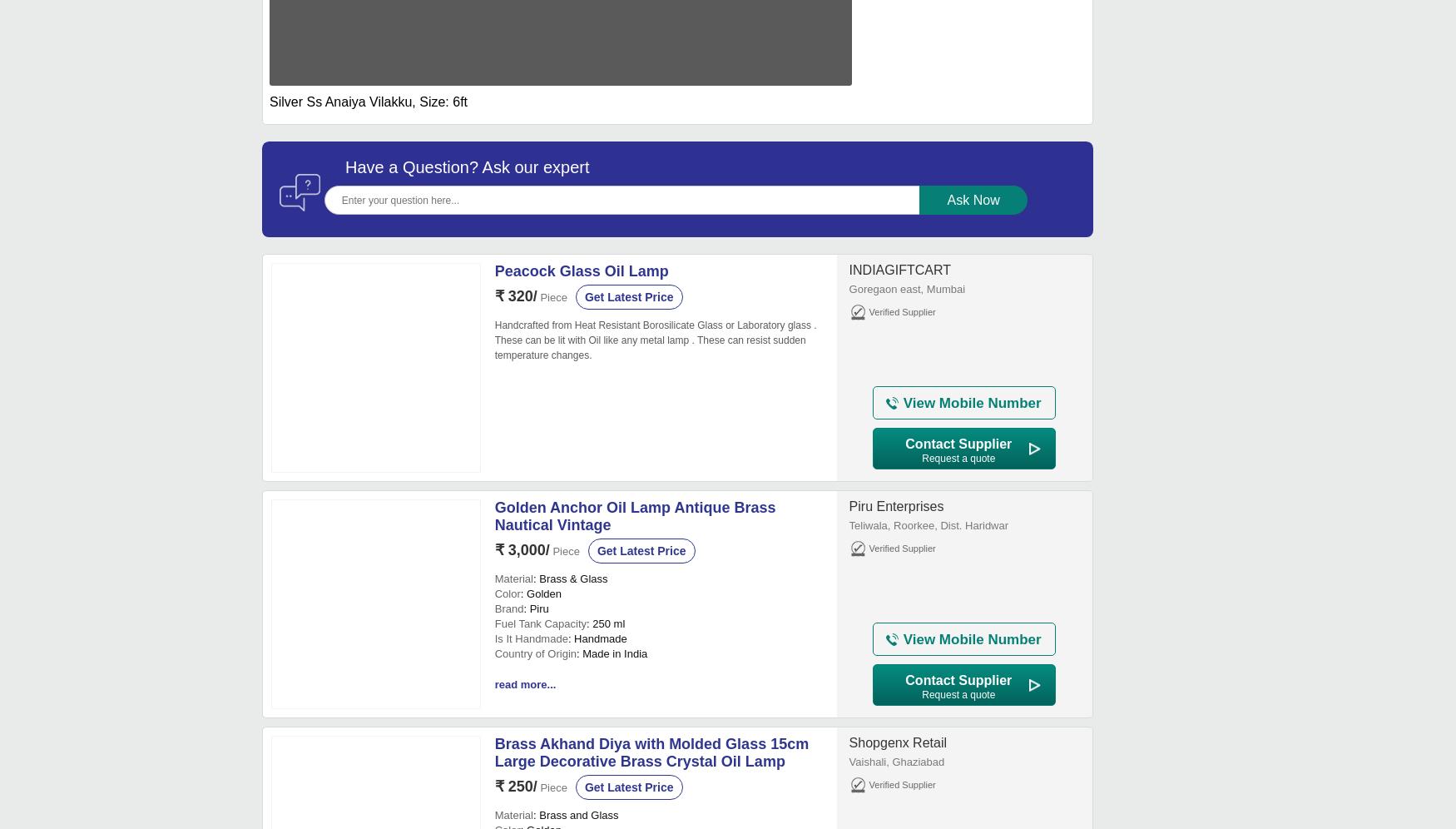 This screenshot has width=1456, height=829. I want to click on ':  Piru', so click(535, 608).